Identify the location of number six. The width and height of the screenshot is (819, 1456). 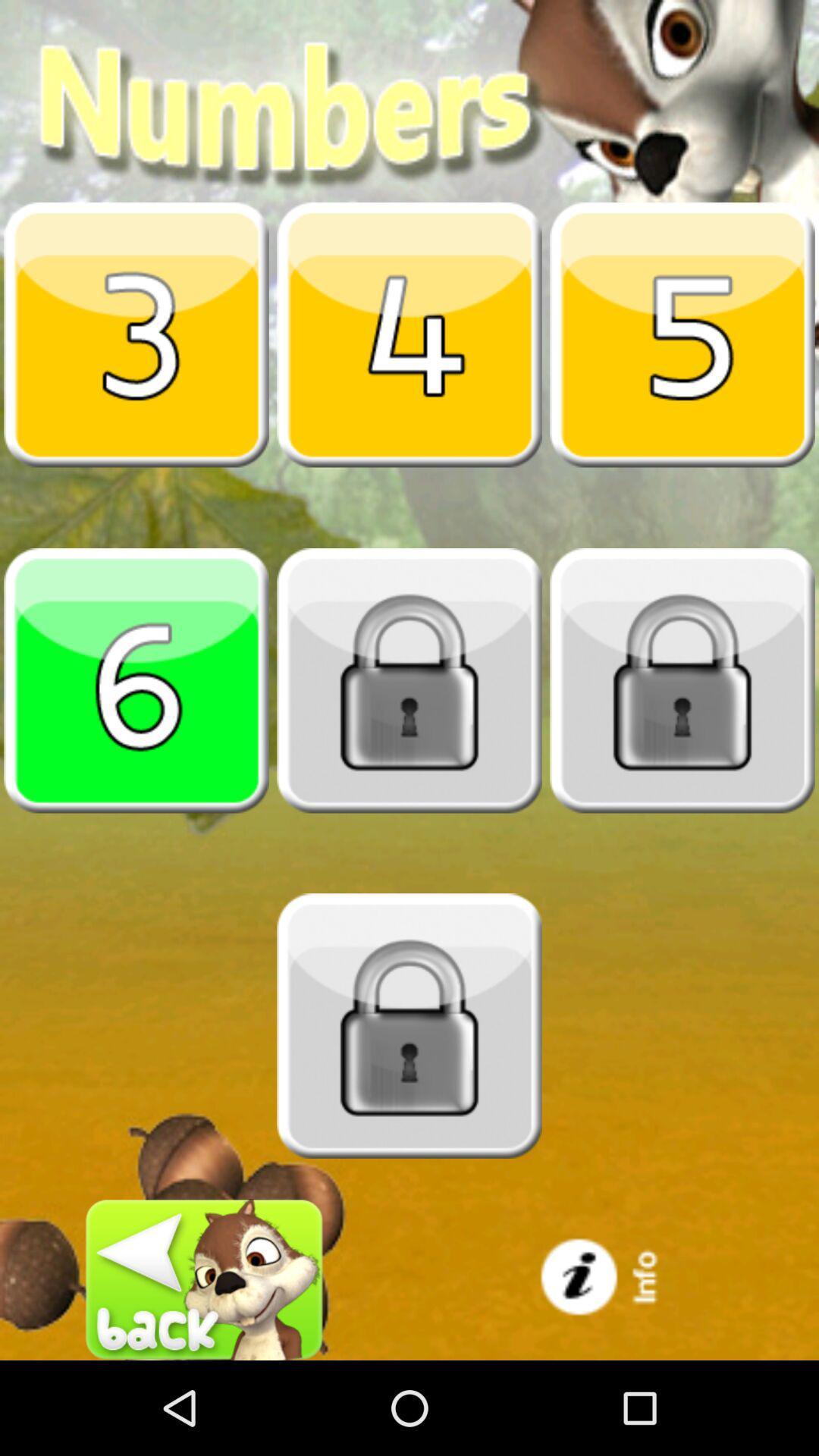
(136, 679).